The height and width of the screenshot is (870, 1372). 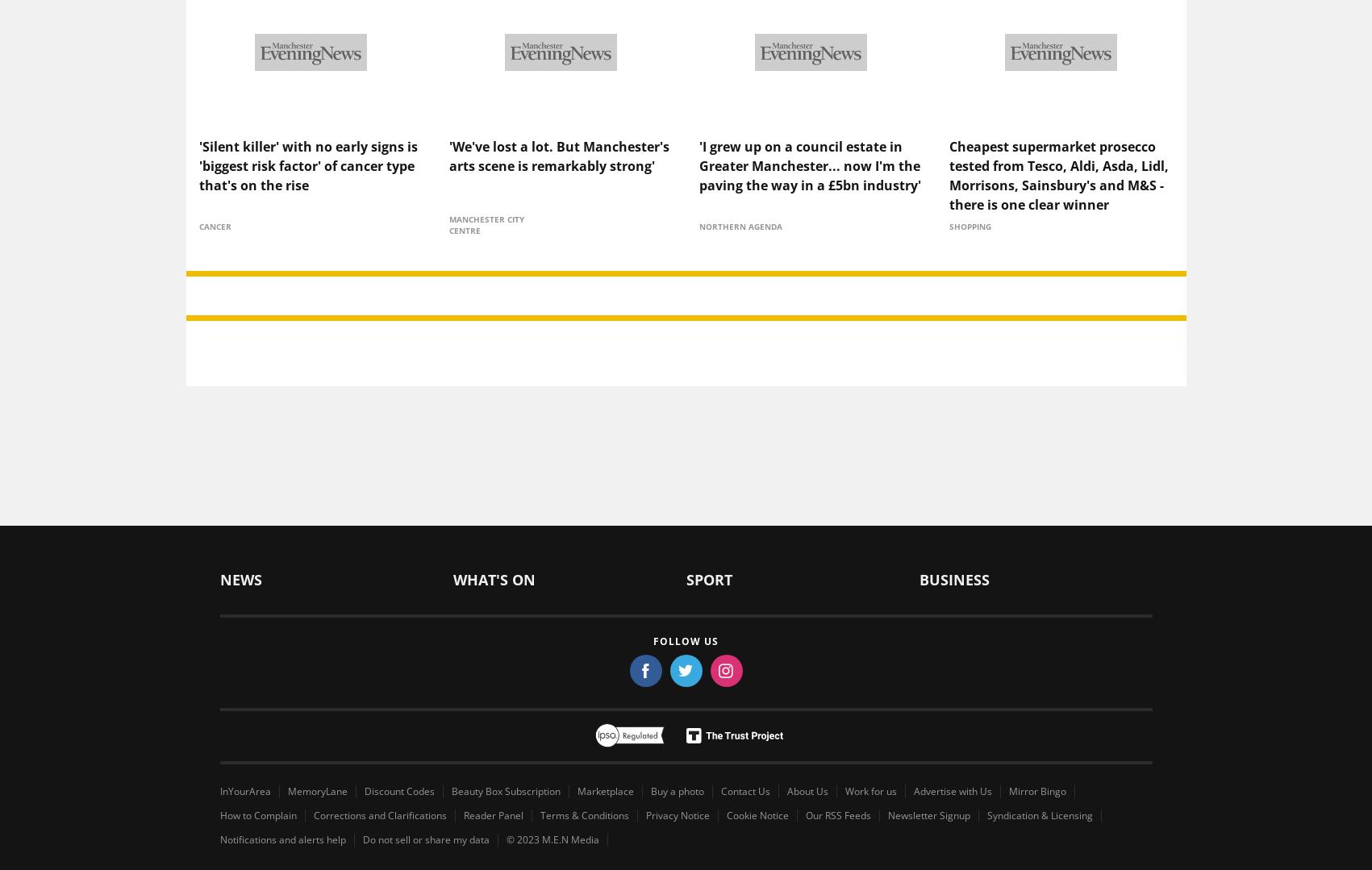 I want to click on ''Silent killer' with no early signs is 'biggest risk factor' of cancer type that's on the rise', so click(x=307, y=138).